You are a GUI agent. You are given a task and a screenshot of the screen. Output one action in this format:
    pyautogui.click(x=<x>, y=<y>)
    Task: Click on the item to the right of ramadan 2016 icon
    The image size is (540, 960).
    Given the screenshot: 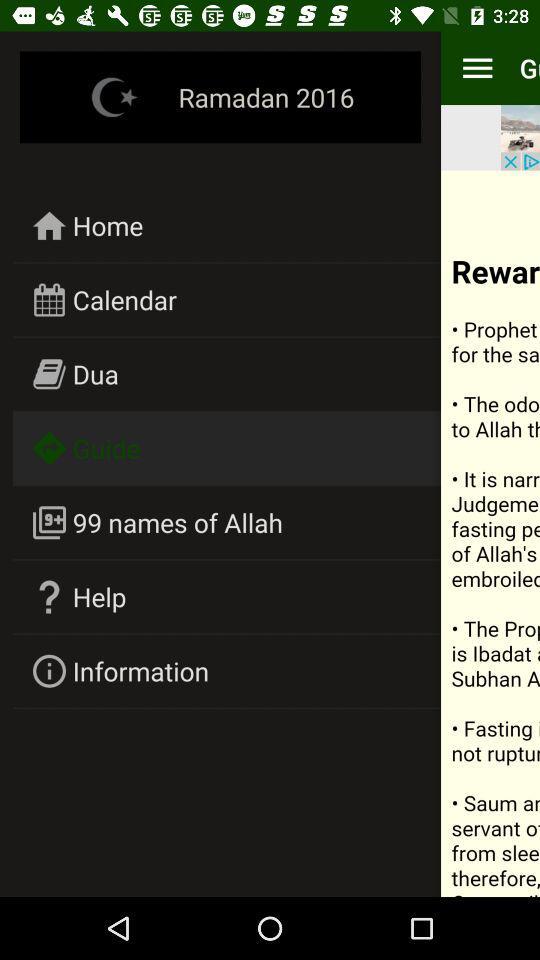 What is the action you would take?
    pyautogui.click(x=476, y=68)
    